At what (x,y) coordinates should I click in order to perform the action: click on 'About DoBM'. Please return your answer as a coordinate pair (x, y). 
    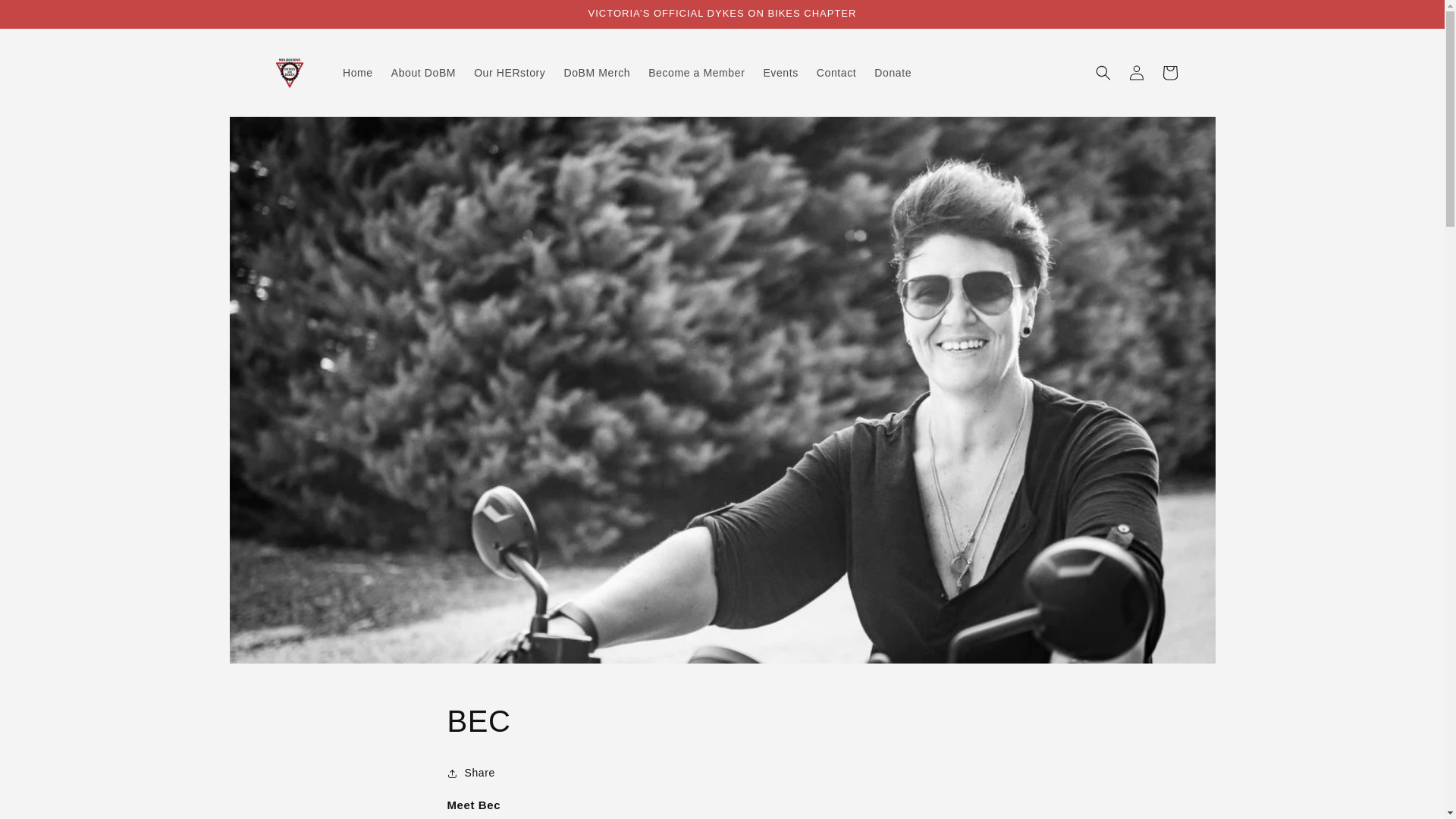
    Looking at the image, I should click on (423, 73).